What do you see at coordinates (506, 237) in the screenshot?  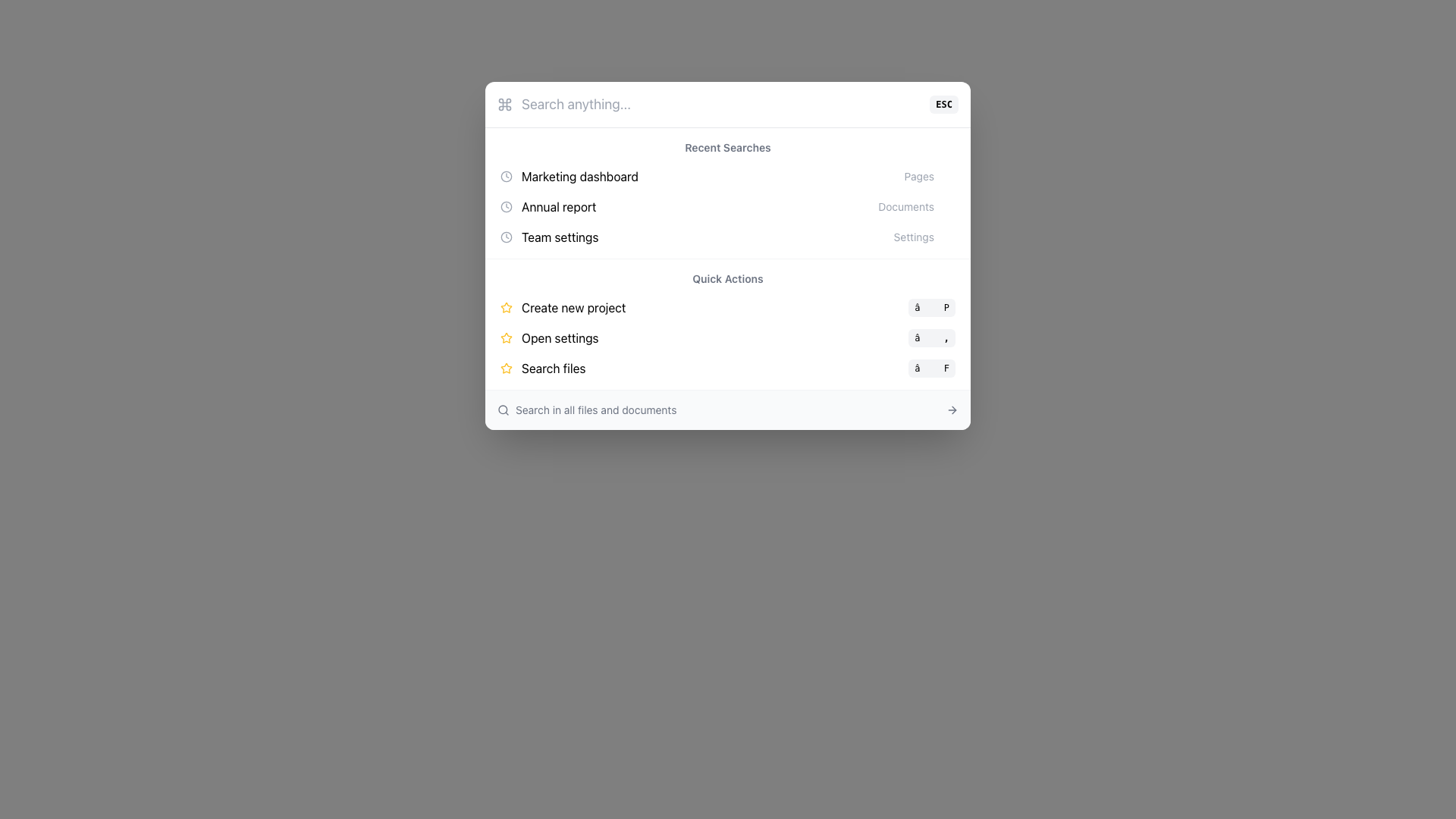 I see `the outermost circular outline of the clock-like icon within the SVG graphic, located to the left of the 'Team settings' text in the 'Recent Searches' section` at bounding box center [506, 237].